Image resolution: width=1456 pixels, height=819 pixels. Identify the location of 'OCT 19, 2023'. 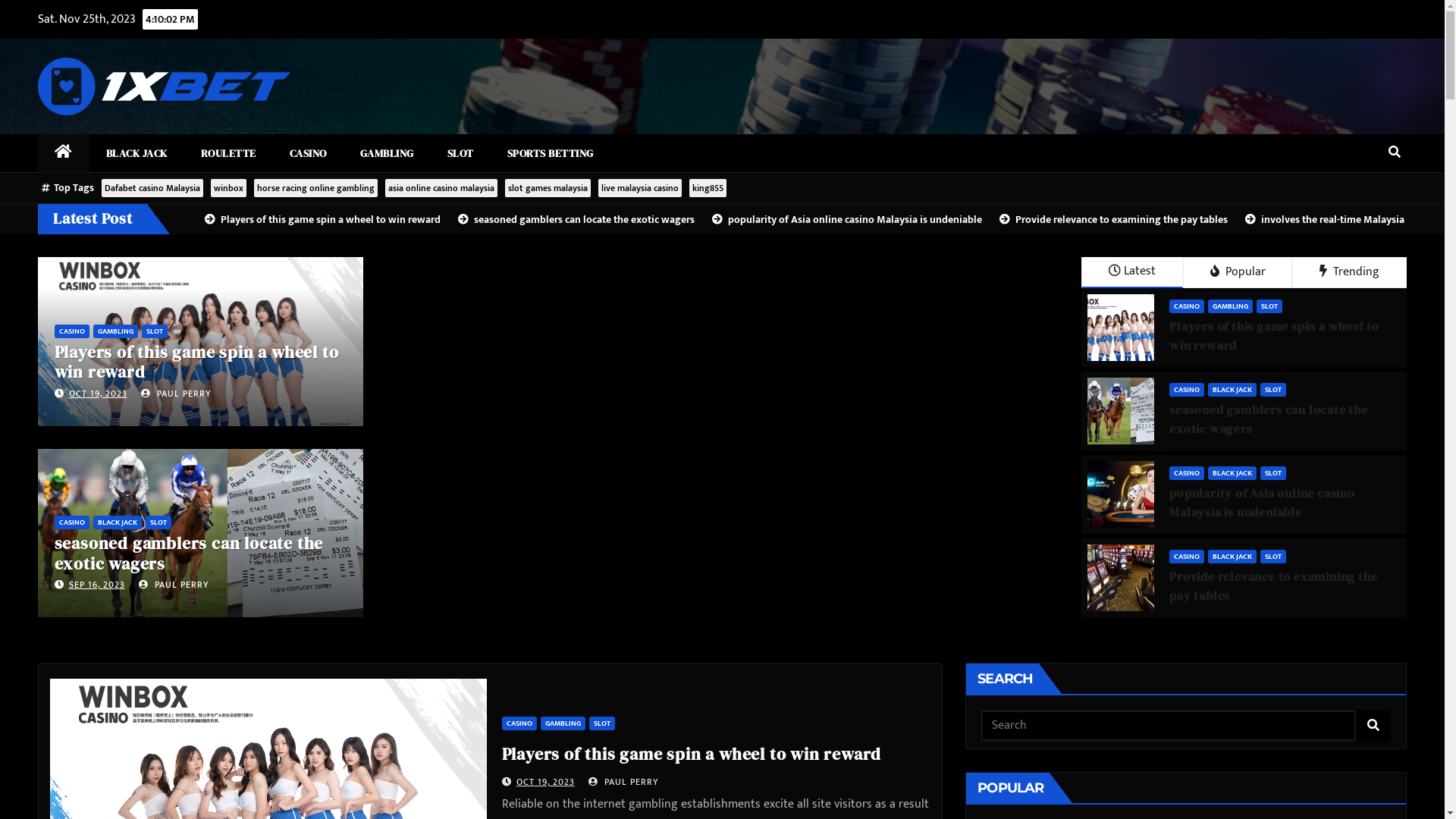
(97, 391).